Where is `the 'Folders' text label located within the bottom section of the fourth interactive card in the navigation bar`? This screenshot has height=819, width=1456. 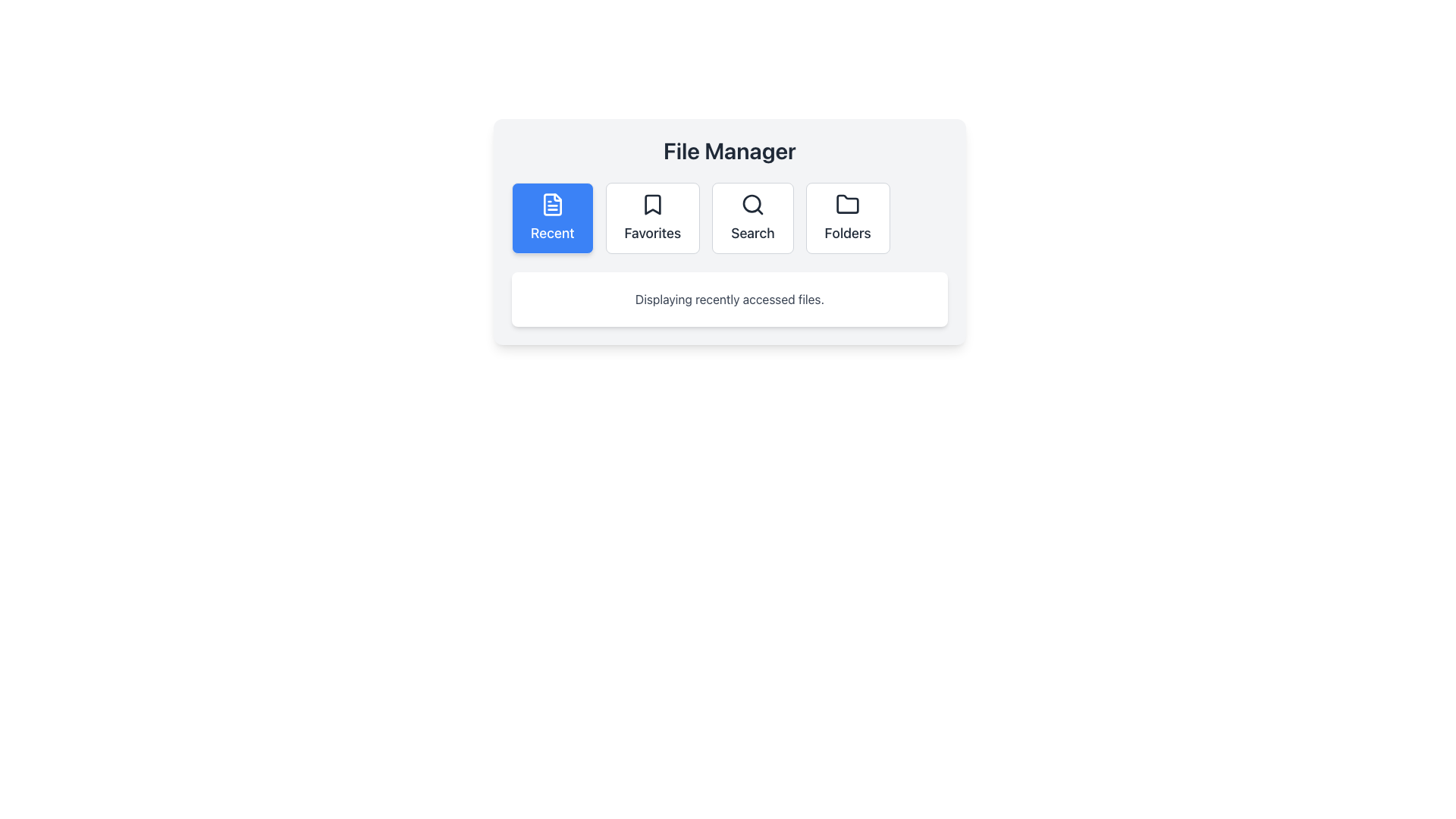 the 'Folders' text label located within the bottom section of the fourth interactive card in the navigation bar is located at coordinates (847, 234).